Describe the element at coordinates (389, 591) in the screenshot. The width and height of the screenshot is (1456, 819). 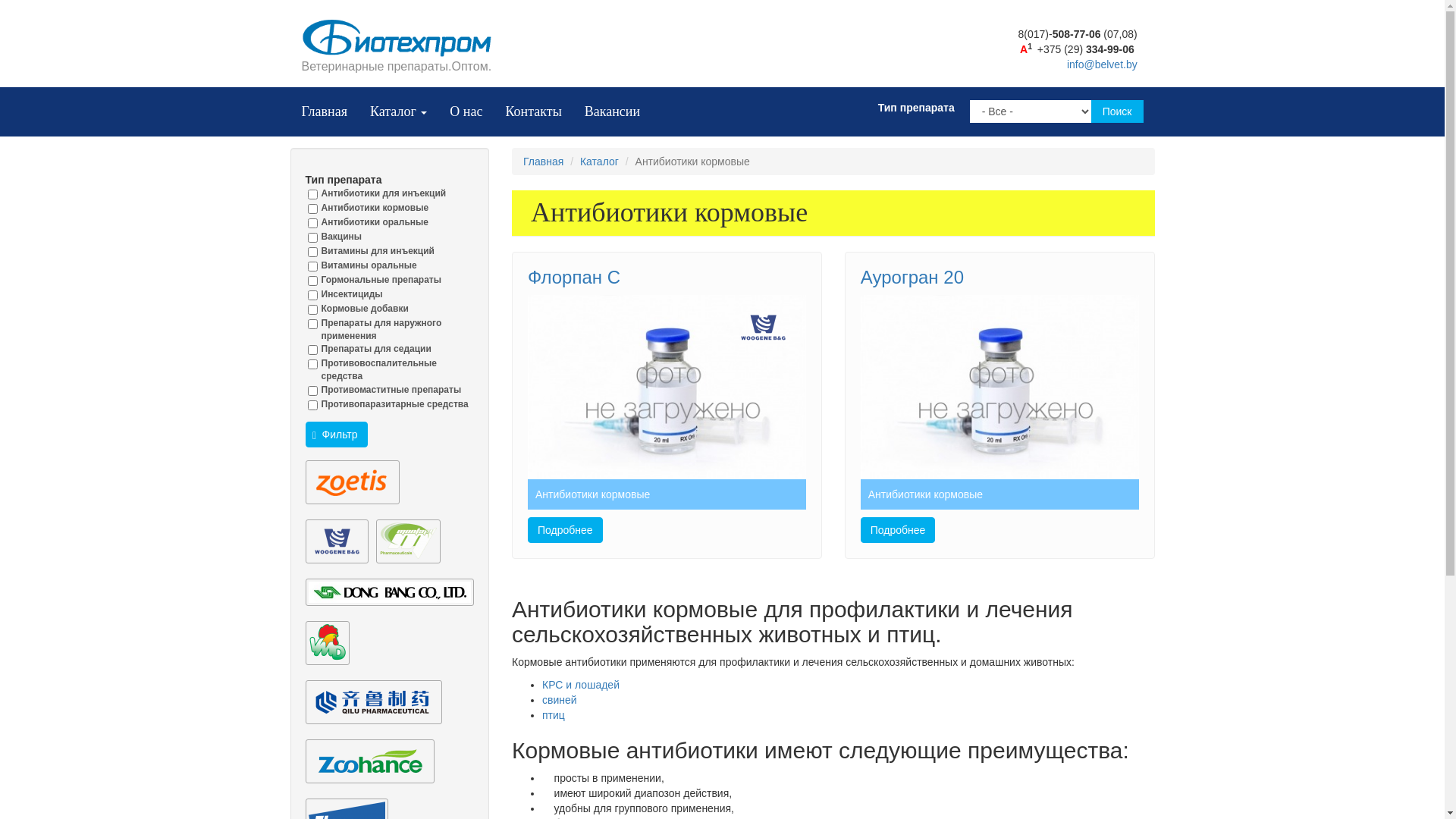
I see `'DONG BANG'` at that location.